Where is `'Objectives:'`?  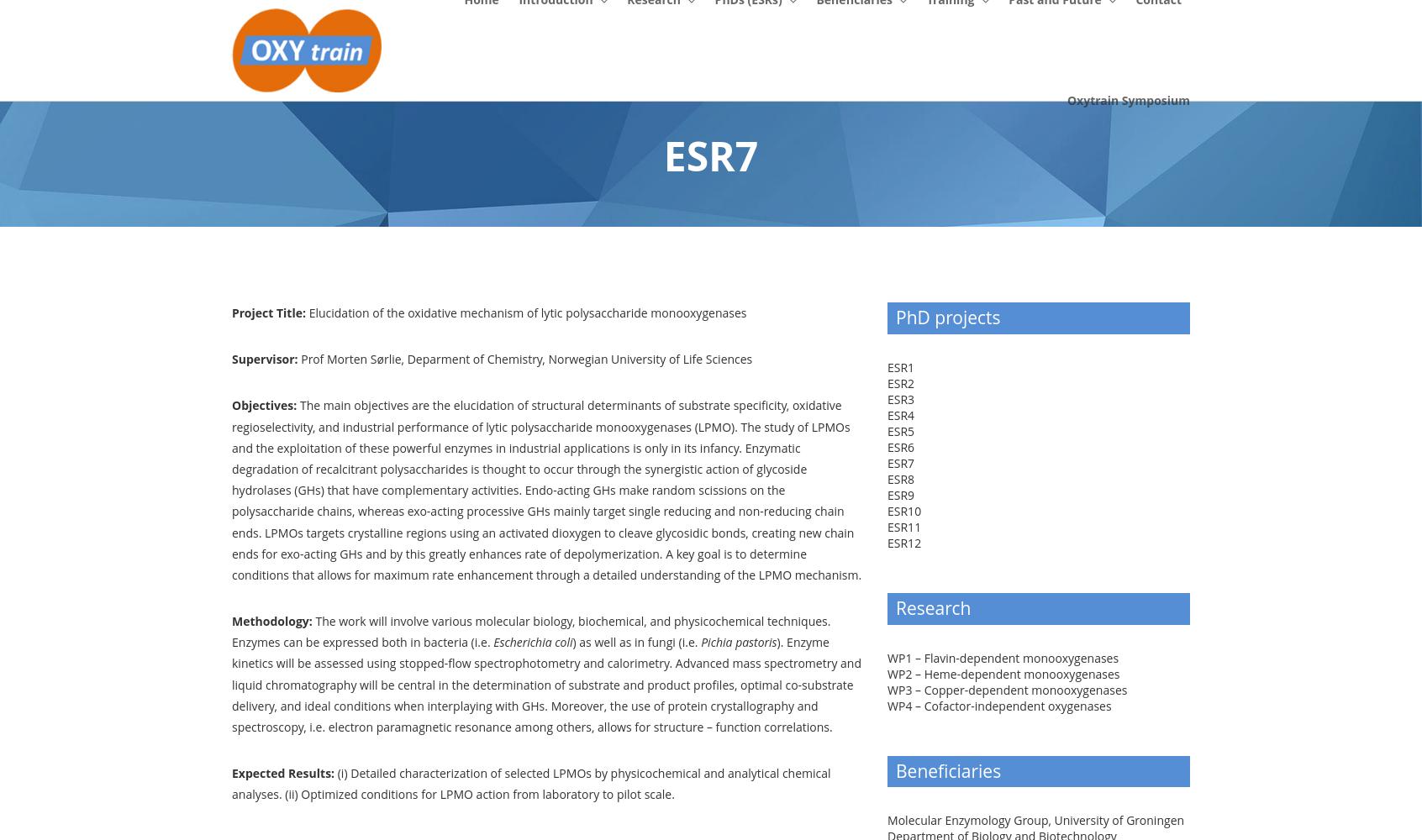 'Objectives:' is located at coordinates (265, 404).